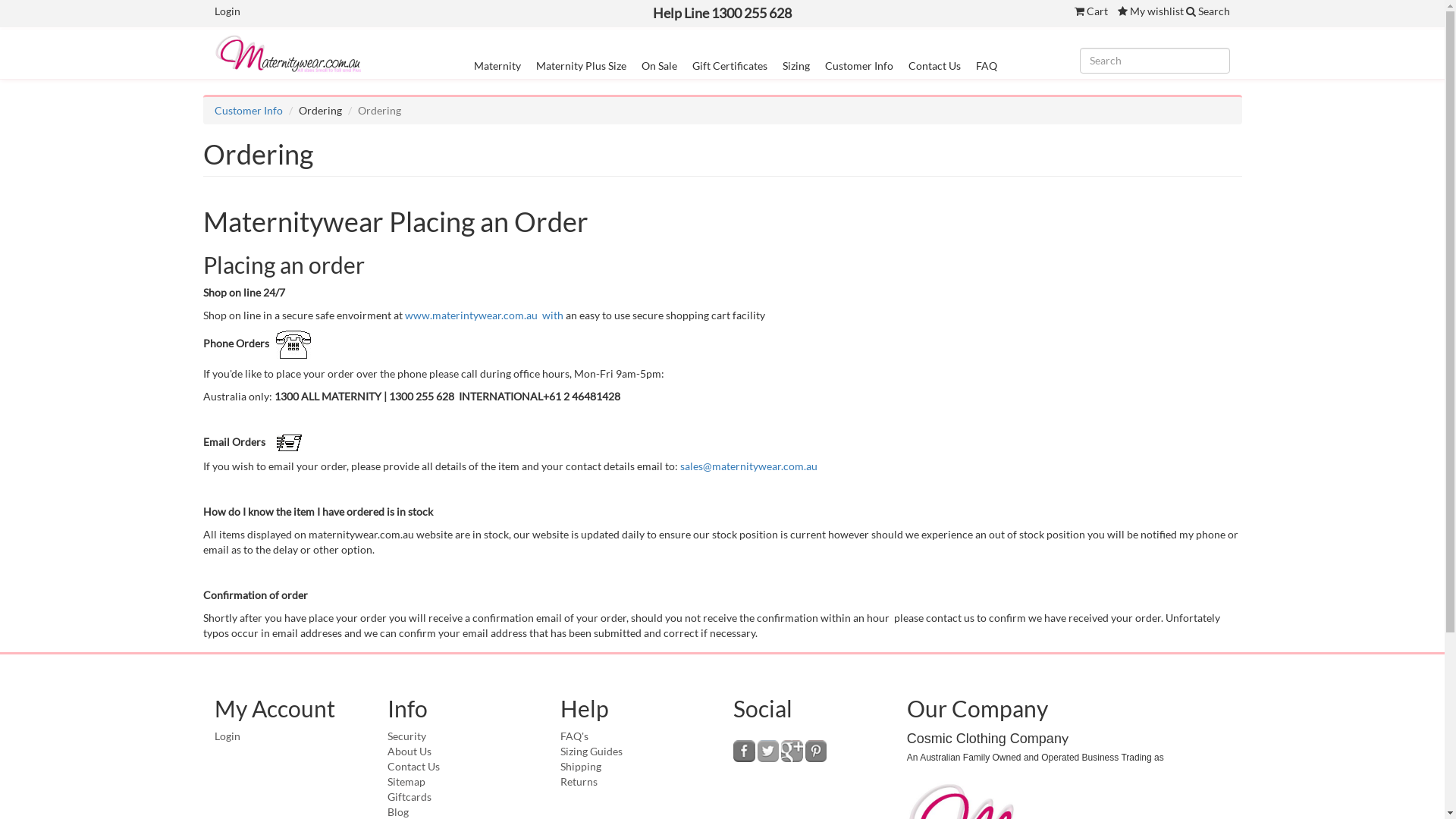  I want to click on 'Shipping', so click(580, 766).